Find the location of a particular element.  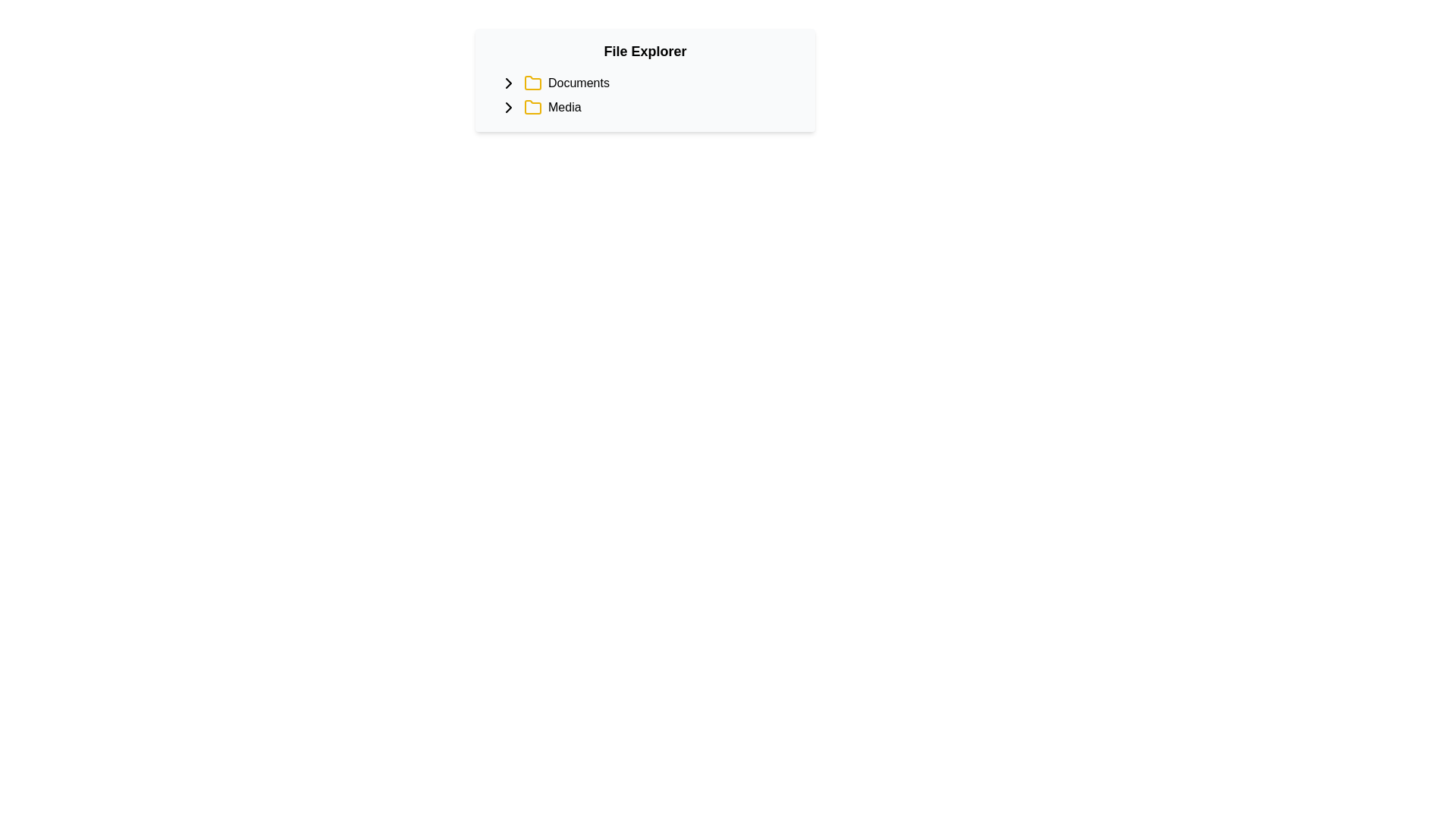

the 'Documents' text label in the file explorer interface is located at coordinates (578, 83).